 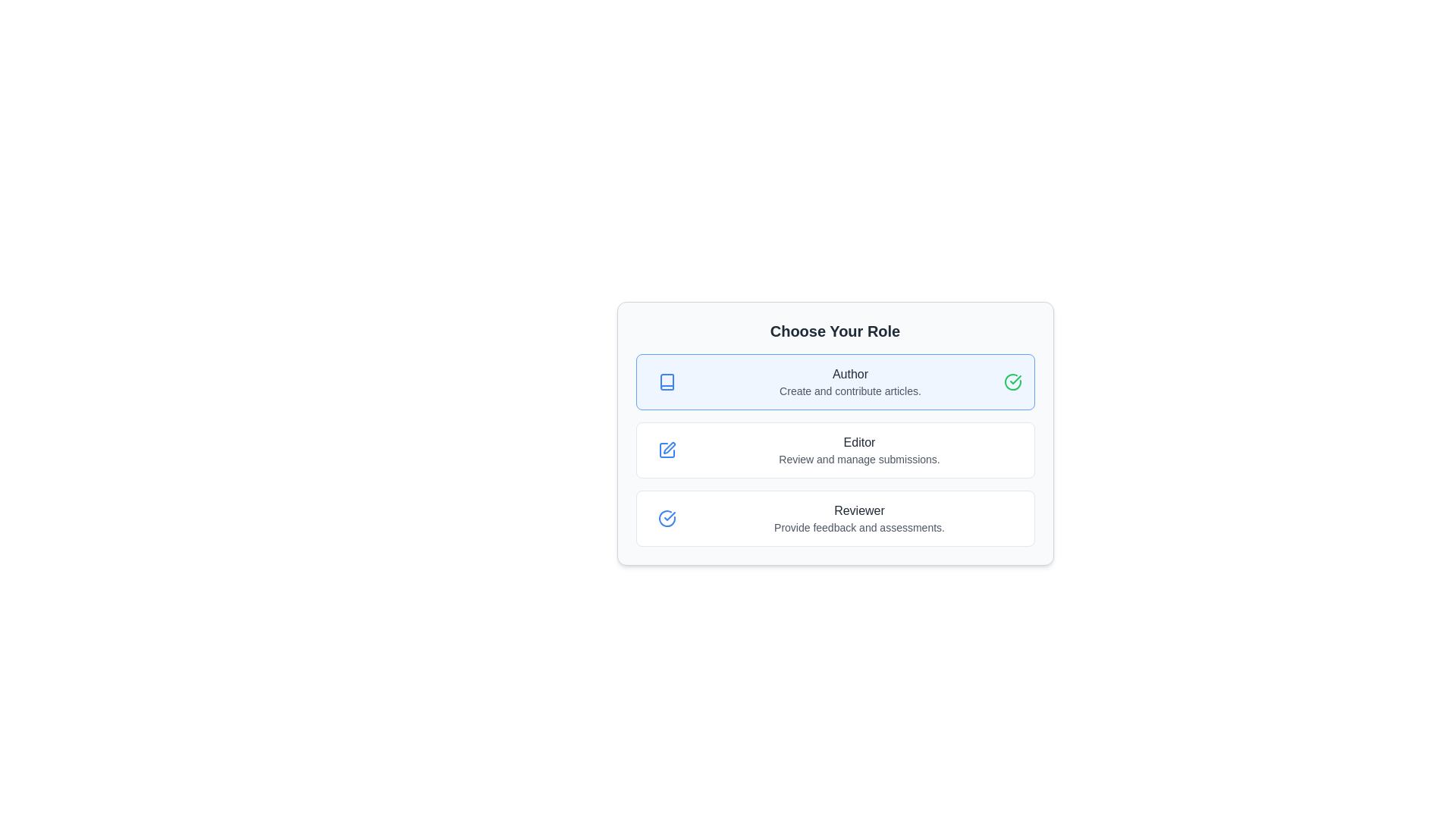 I want to click on section heading text styled in bold, extra-large font that reads 'Choose Your Role', positioned centrally at the top of the role-selection options, so click(x=834, y=330).